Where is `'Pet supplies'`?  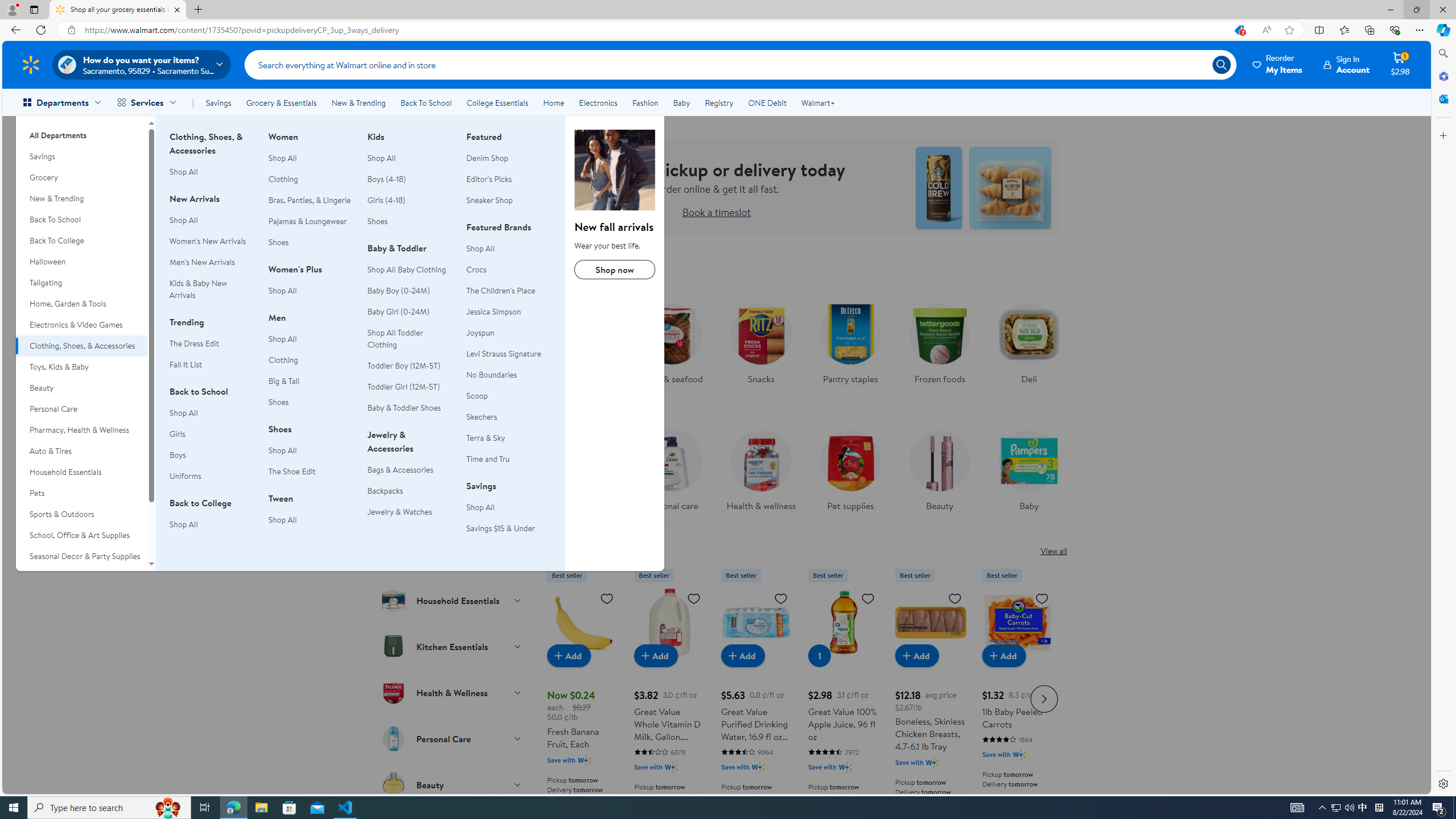 'Pet supplies' is located at coordinates (850, 468).